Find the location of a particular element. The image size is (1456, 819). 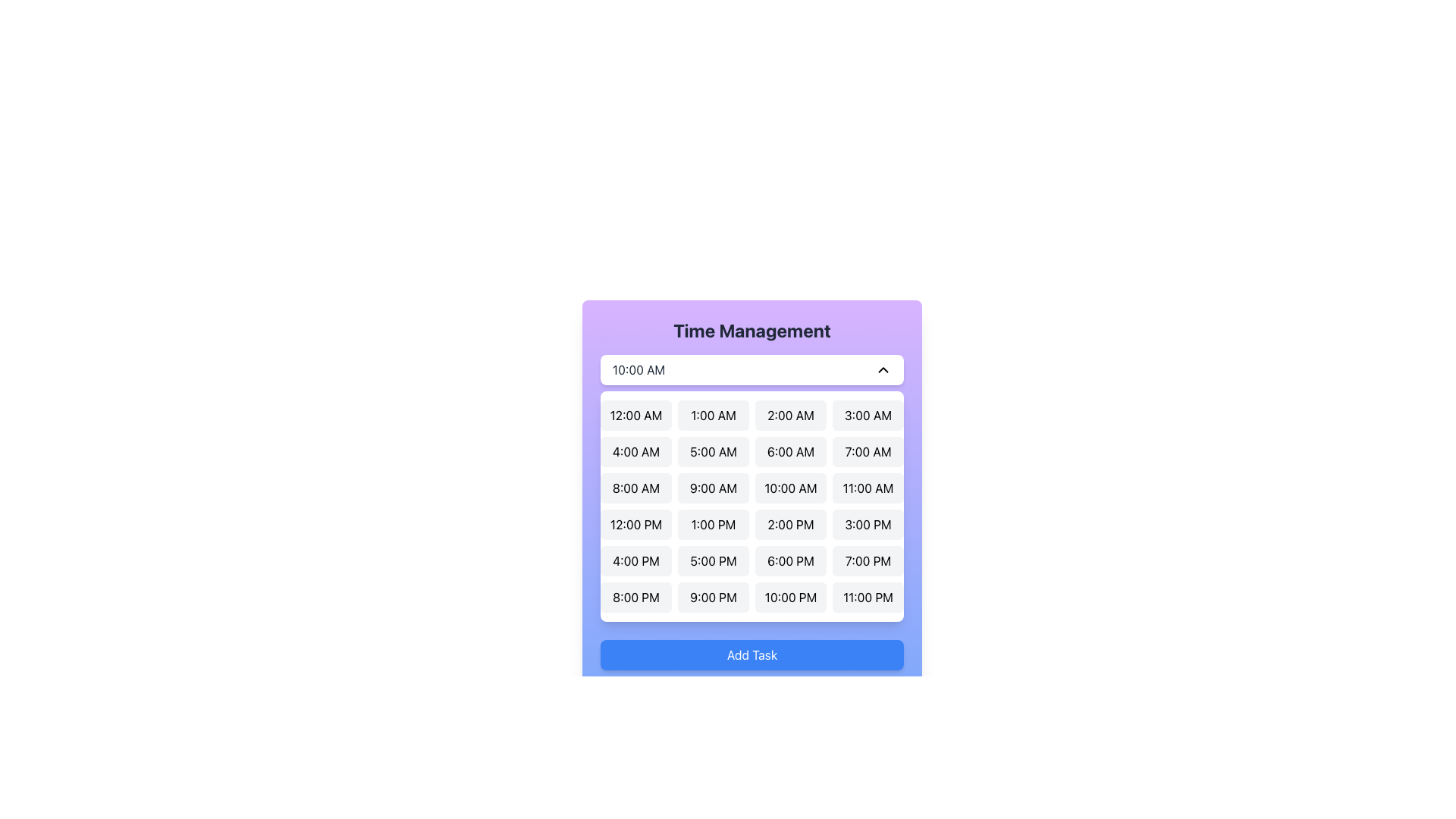

the button labeled '7:00 PM' in the time management interface using keyboard navigation is located at coordinates (868, 561).